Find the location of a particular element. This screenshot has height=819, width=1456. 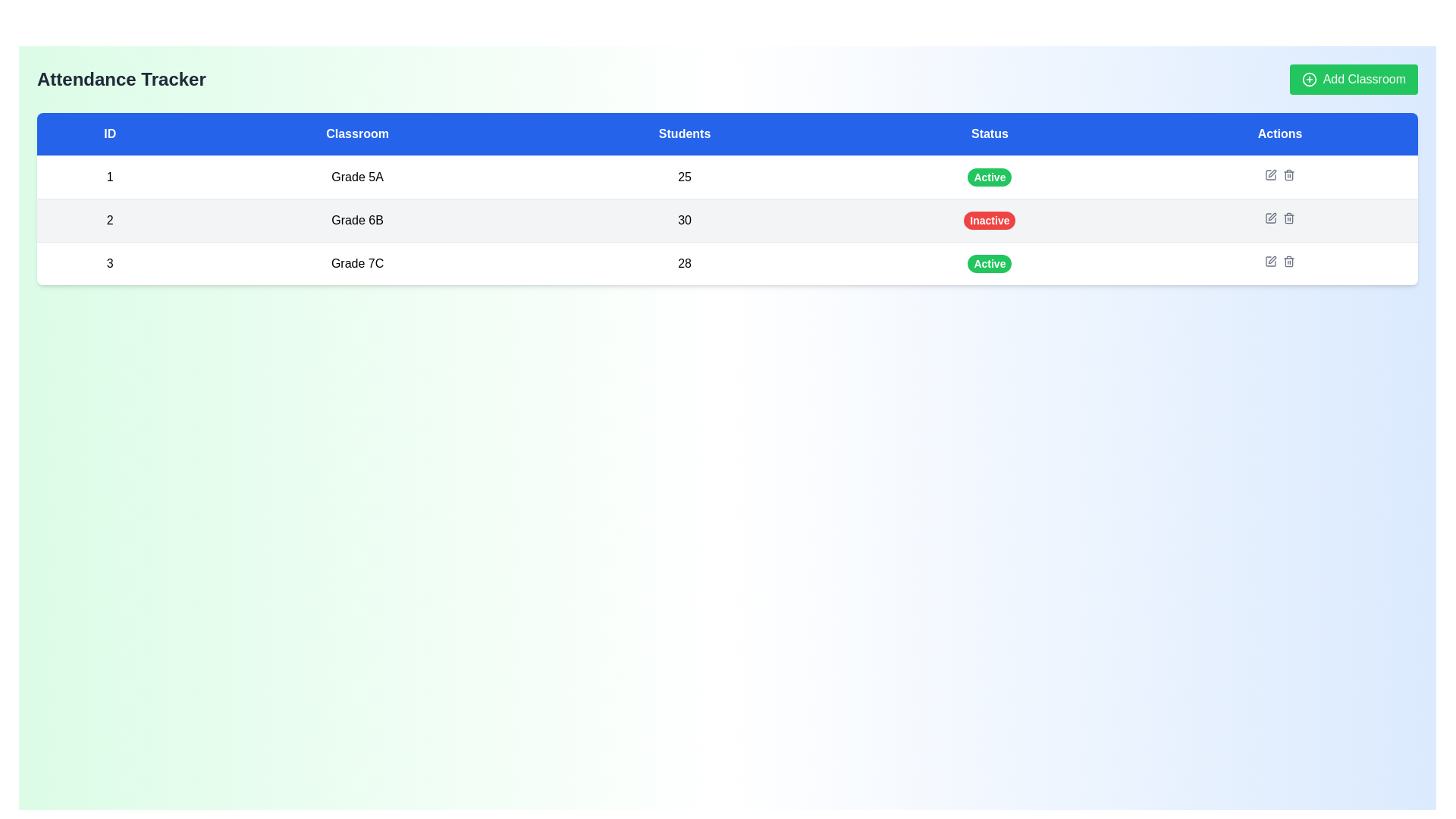

the Status indicator in the second row of the table, which denotes the current status as inactive for 'Grade 6B' is located at coordinates (990, 220).